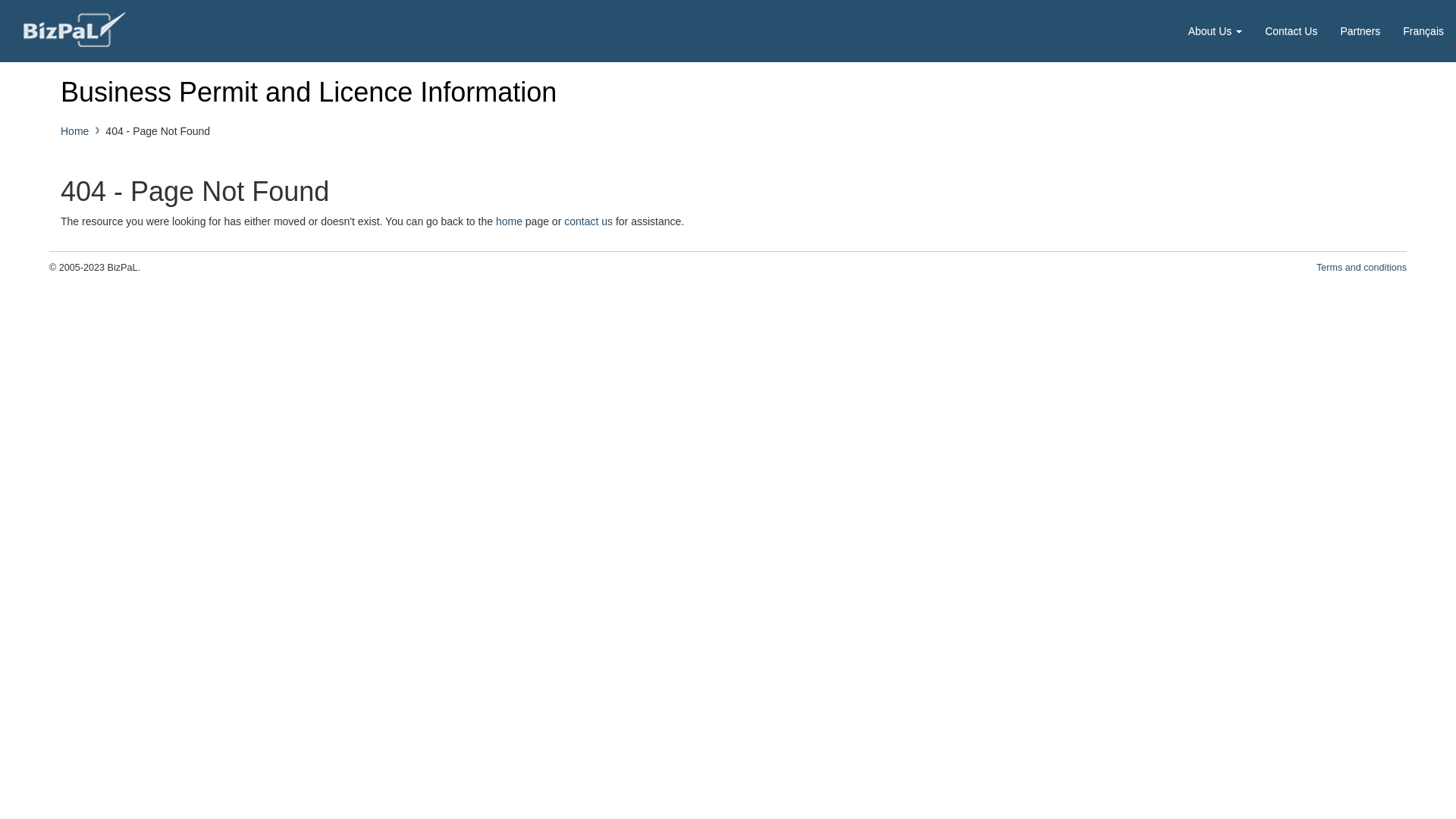 The width and height of the screenshot is (1456, 819). Describe the element at coordinates (509, 221) in the screenshot. I see `'home'` at that location.